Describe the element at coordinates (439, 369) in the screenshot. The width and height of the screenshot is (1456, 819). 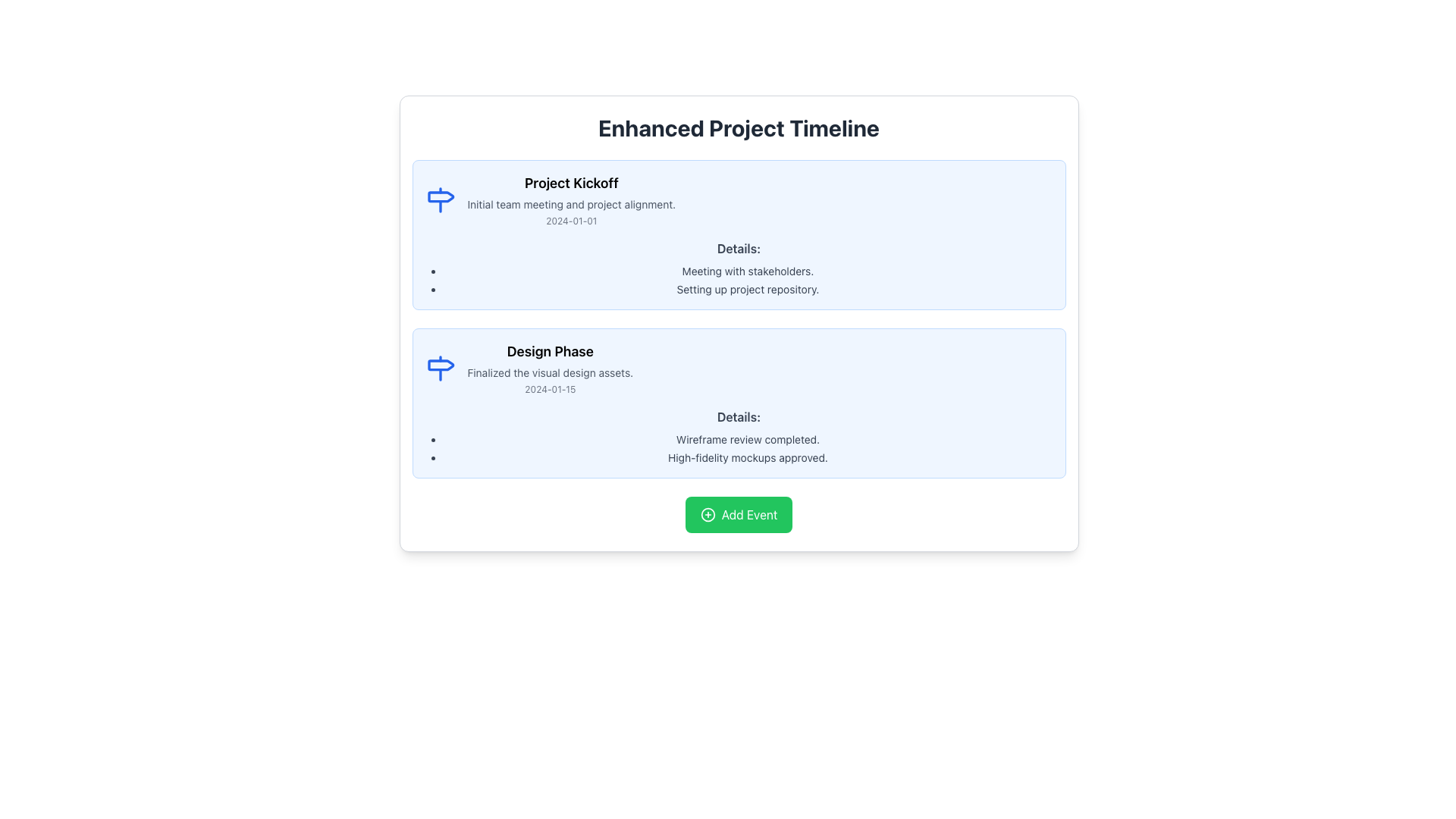
I see `the milestone icon located at the left side of the 'Design Phase' section, which is the first element preceding the text 'Design Phase'` at that location.